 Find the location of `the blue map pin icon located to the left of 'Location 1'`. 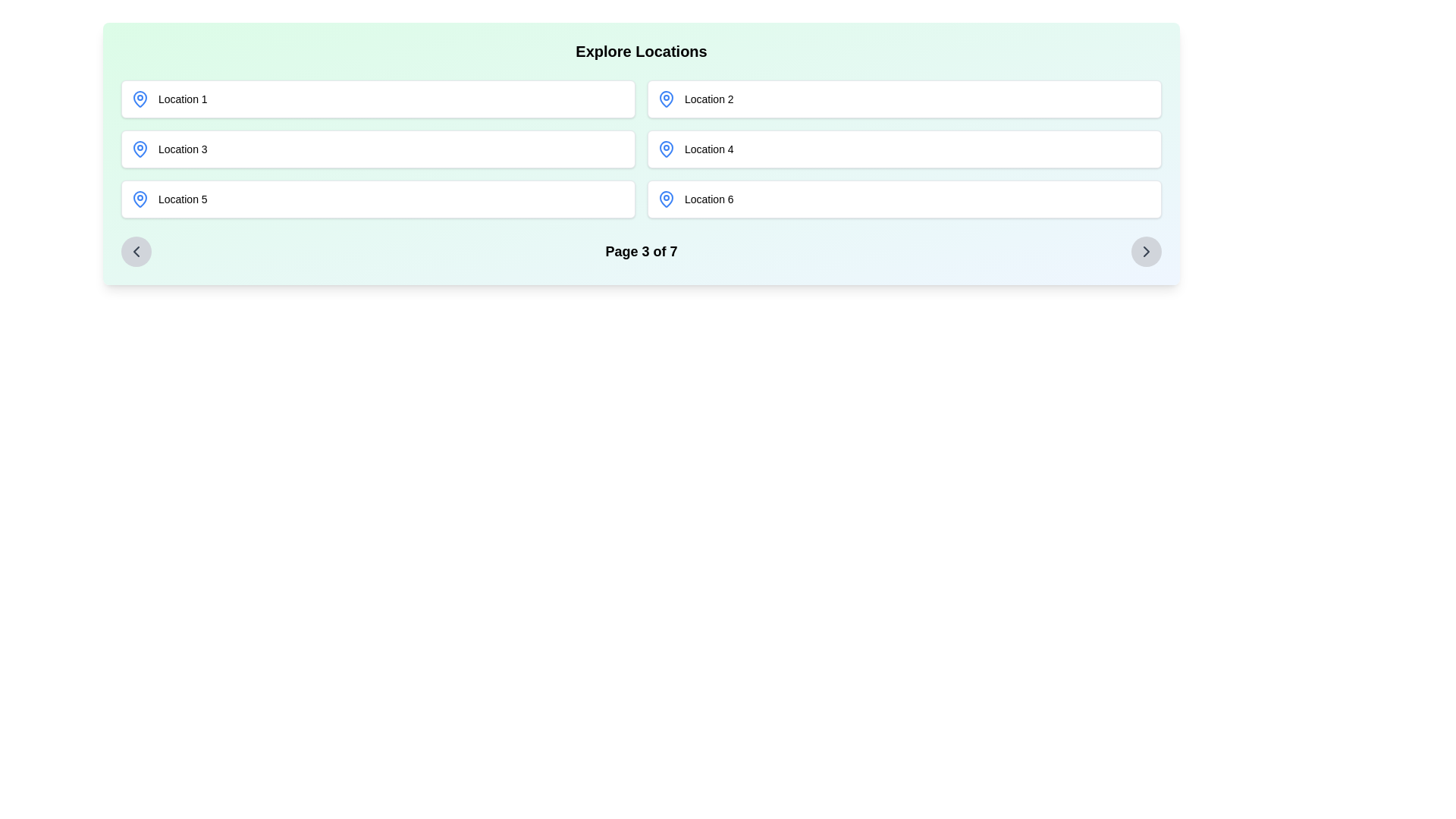

the blue map pin icon located to the left of 'Location 1' is located at coordinates (140, 99).